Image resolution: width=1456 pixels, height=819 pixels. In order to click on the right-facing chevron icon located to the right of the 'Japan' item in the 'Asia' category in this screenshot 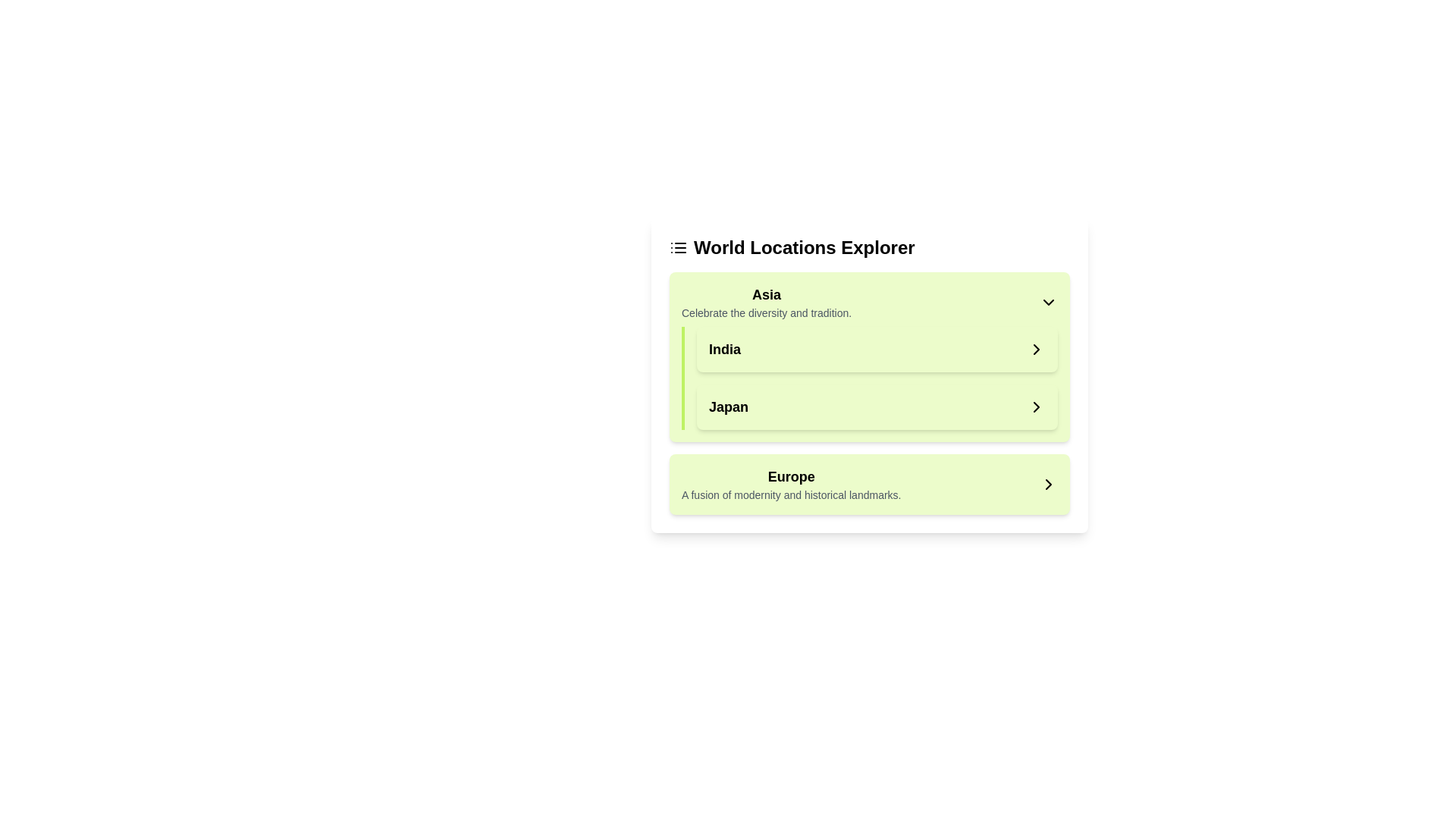, I will do `click(1036, 406)`.